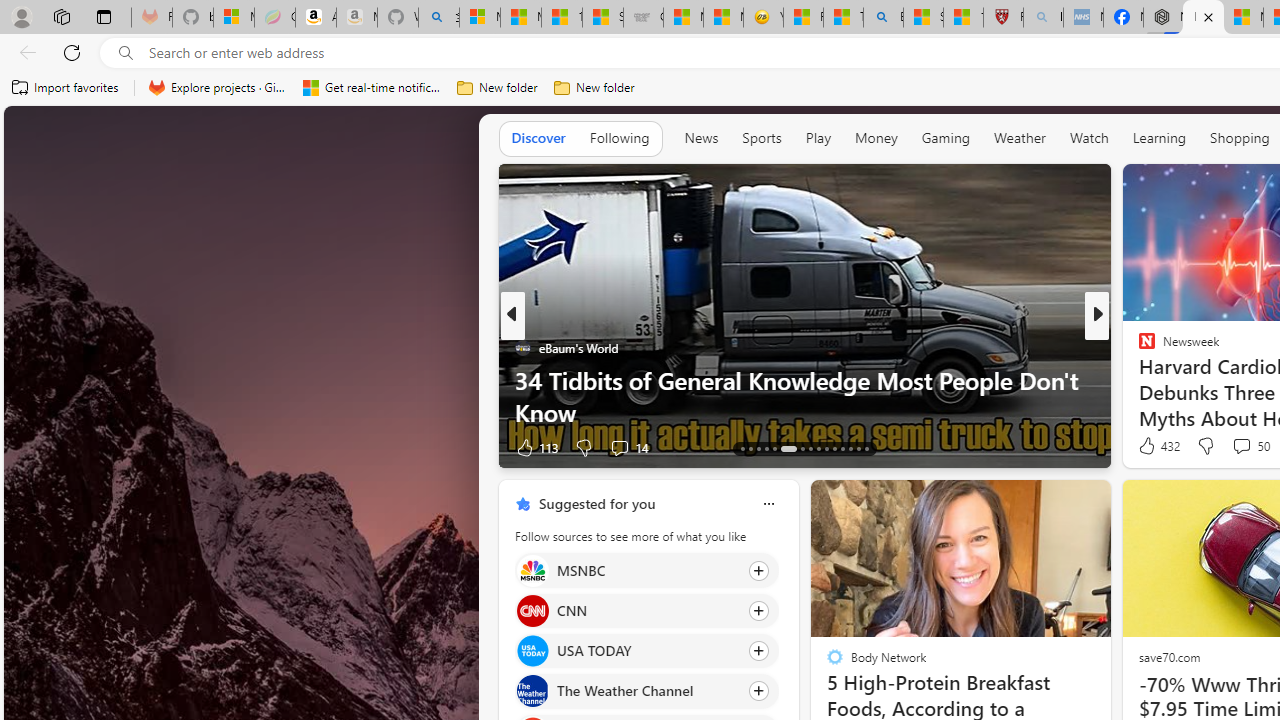  Describe the element at coordinates (532, 690) in the screenshot. I see `'The Weather Channel'` at that location.